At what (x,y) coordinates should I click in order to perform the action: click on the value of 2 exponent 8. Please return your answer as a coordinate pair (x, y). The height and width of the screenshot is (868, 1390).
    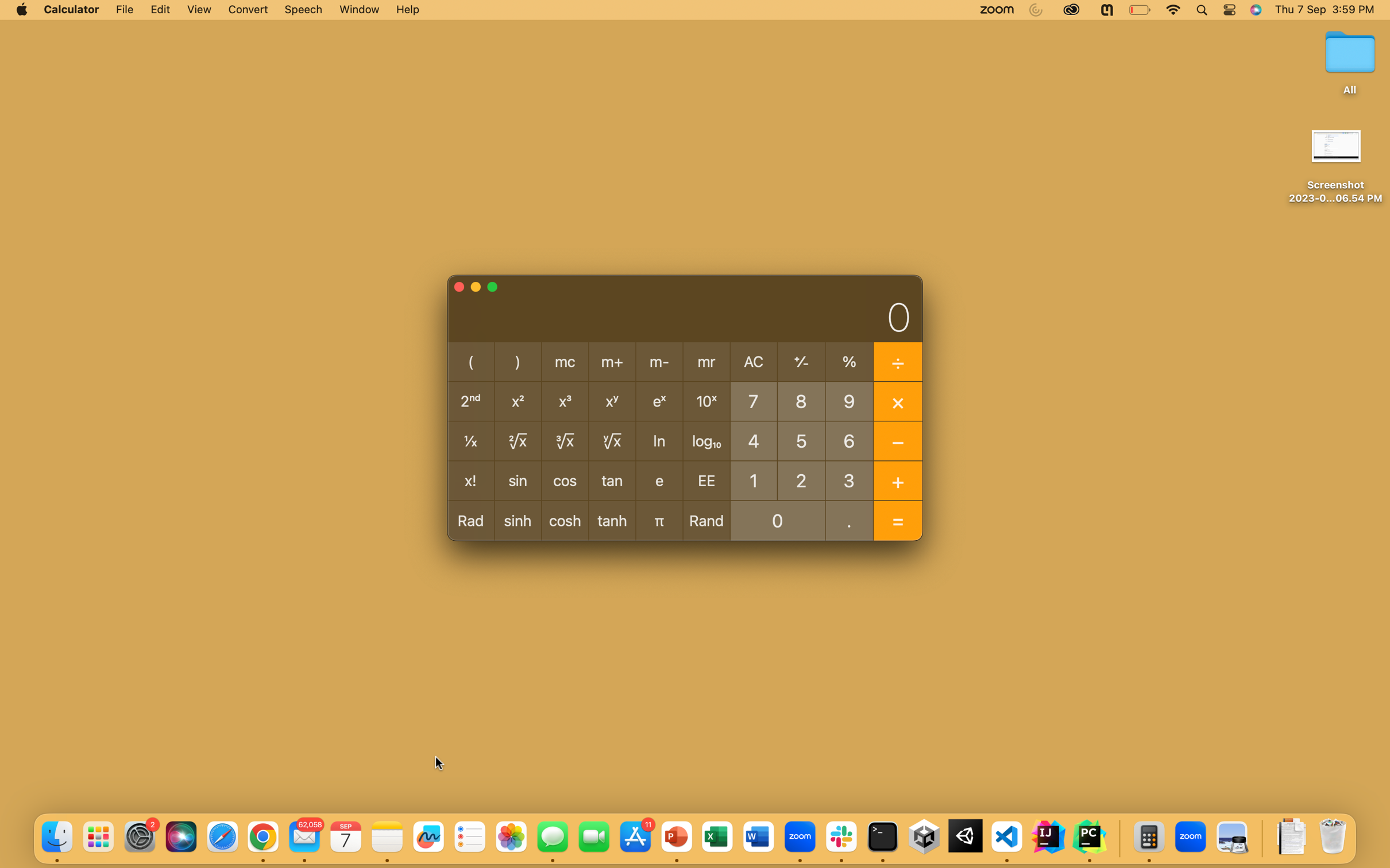
    Looking at the image, I should click on (801, 479).